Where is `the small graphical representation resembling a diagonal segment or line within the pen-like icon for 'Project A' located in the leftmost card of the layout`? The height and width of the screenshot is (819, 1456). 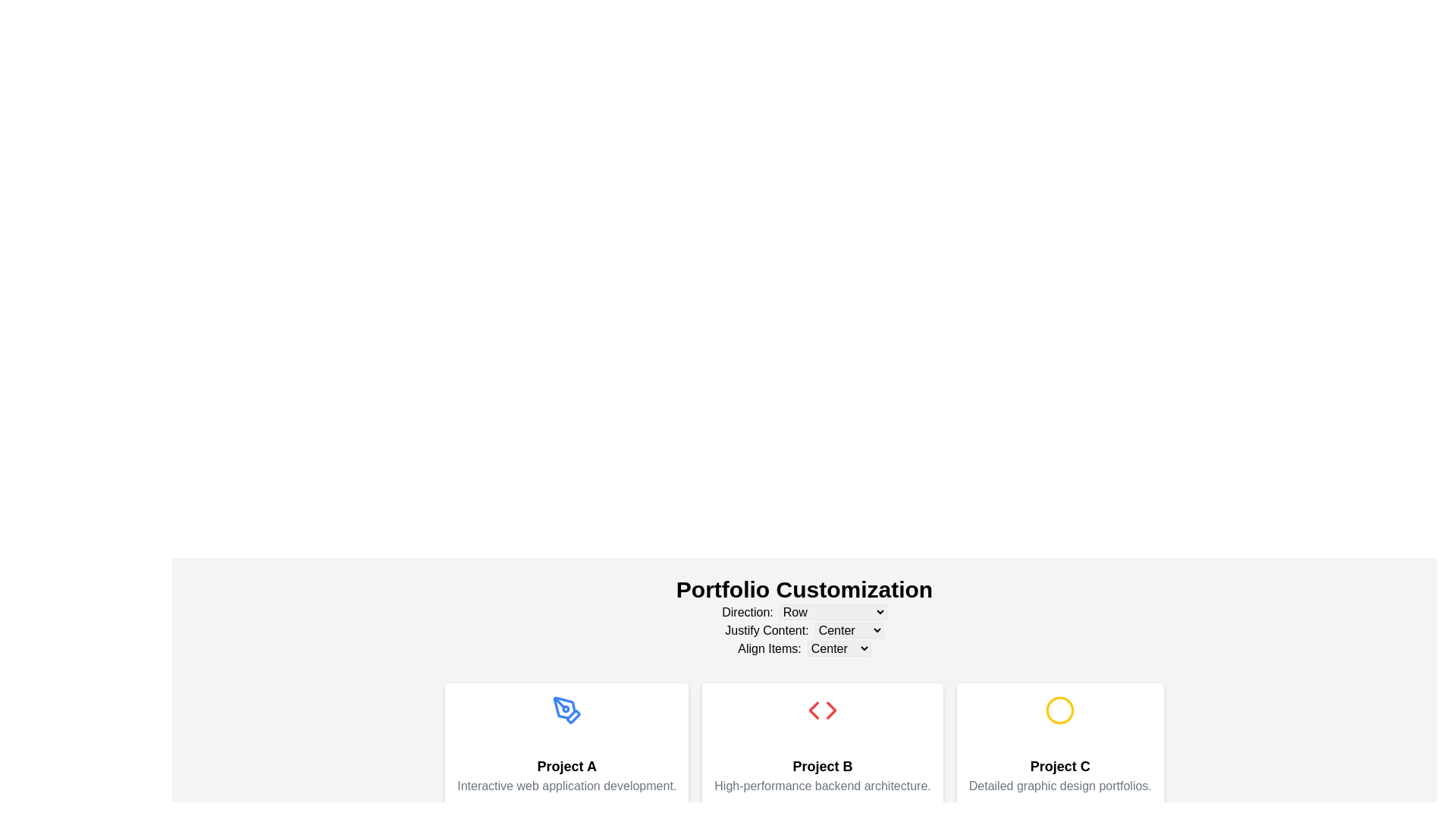 the small graphical representation resembling a diagonal segment or line within the pen-like icon for 'Project A' located in the leftmost card of the layout is located at coordinates (573, 717).